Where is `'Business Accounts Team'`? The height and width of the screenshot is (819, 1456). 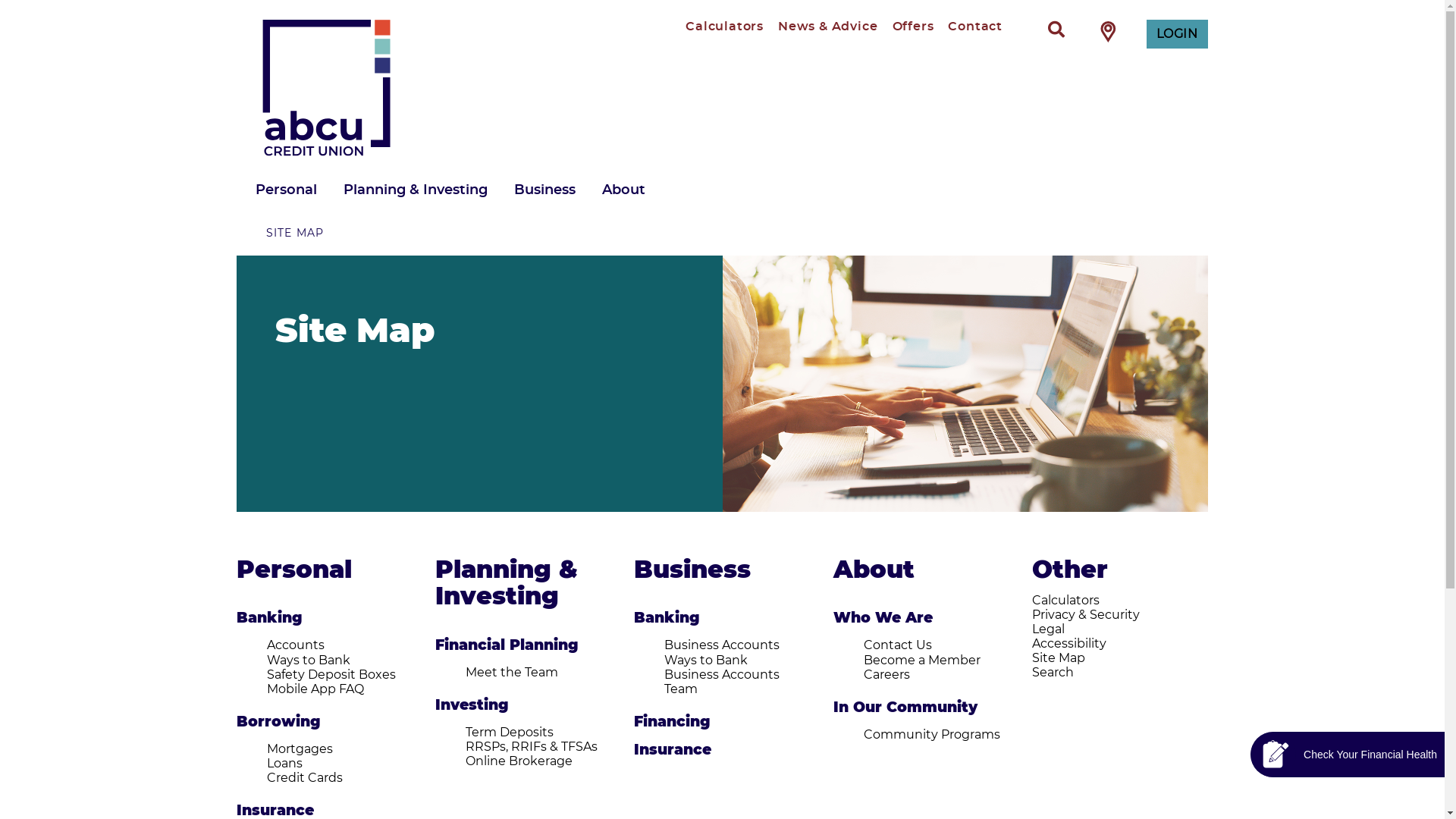
'Business Accounts Team' is located at coordinates (720, 681).